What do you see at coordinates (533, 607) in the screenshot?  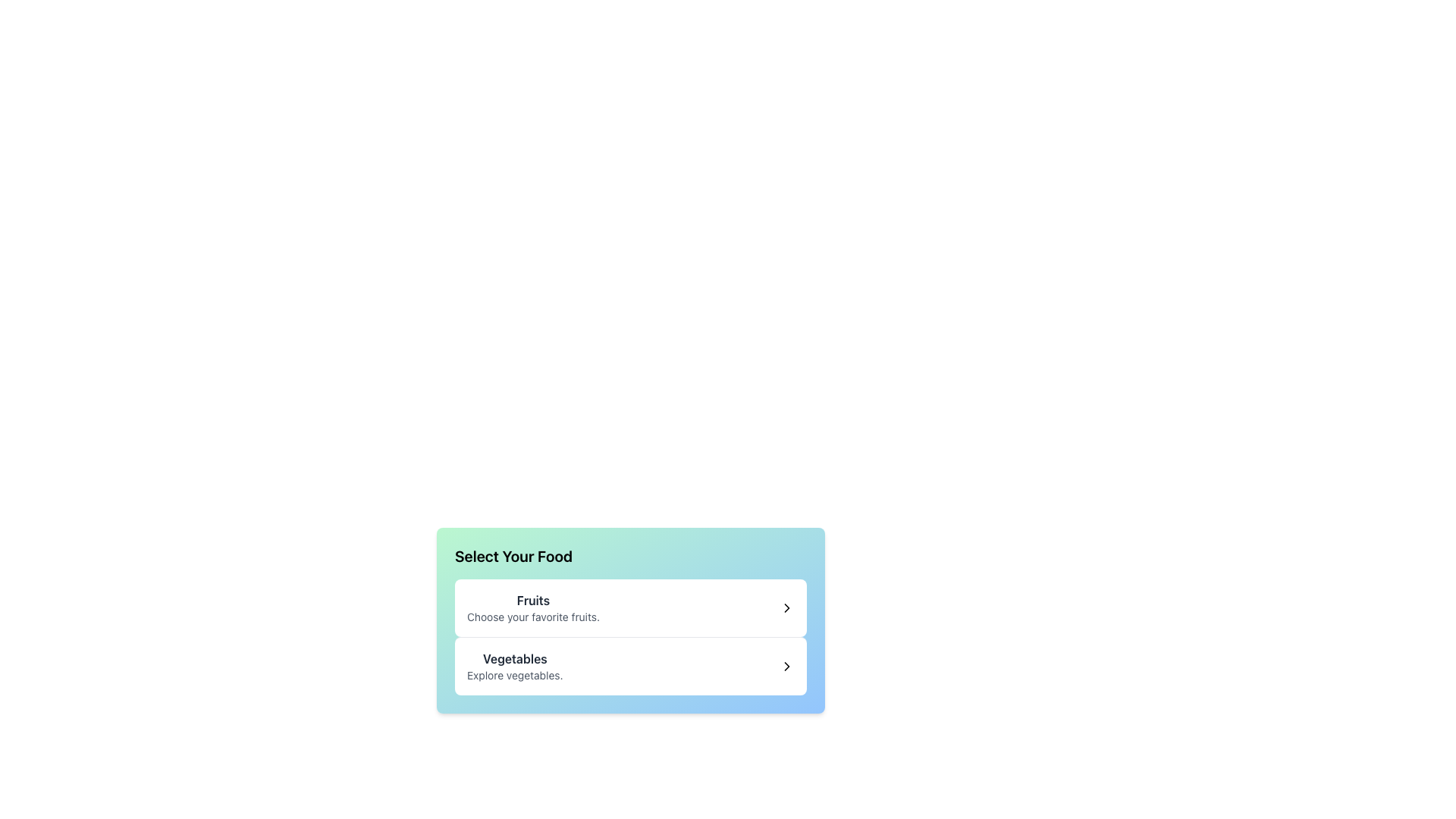 I see `the Informational Card that displays 'Fruits' in bold text and 'Choose your favorite fruits.' in smaller gray text` at bounding box center [533, 607].